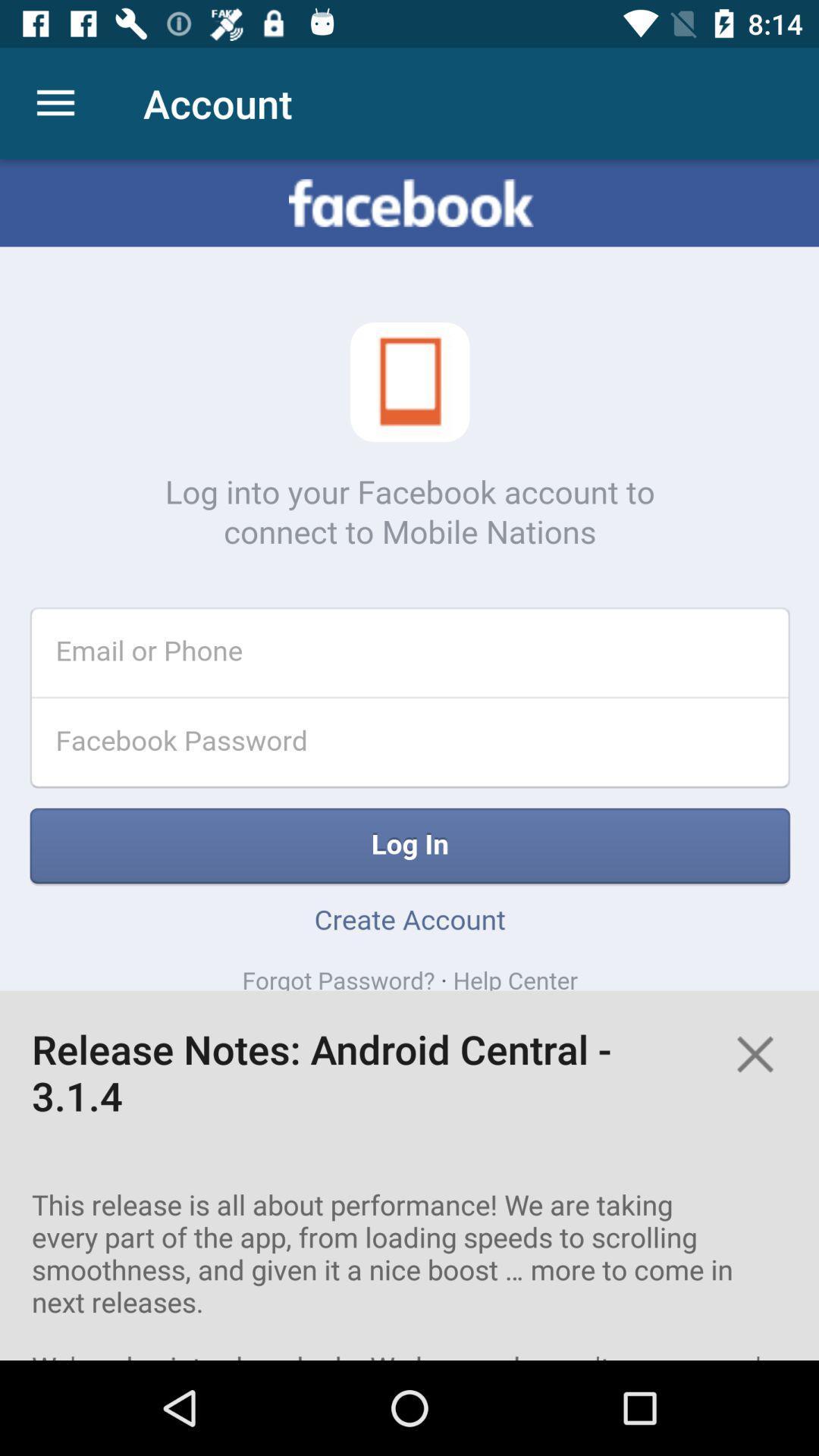 The width and height of the screenshot is (819, 1456). Describe the element at coordinates (755, 1053) in the screenshot. I see `the close icon` at that location.